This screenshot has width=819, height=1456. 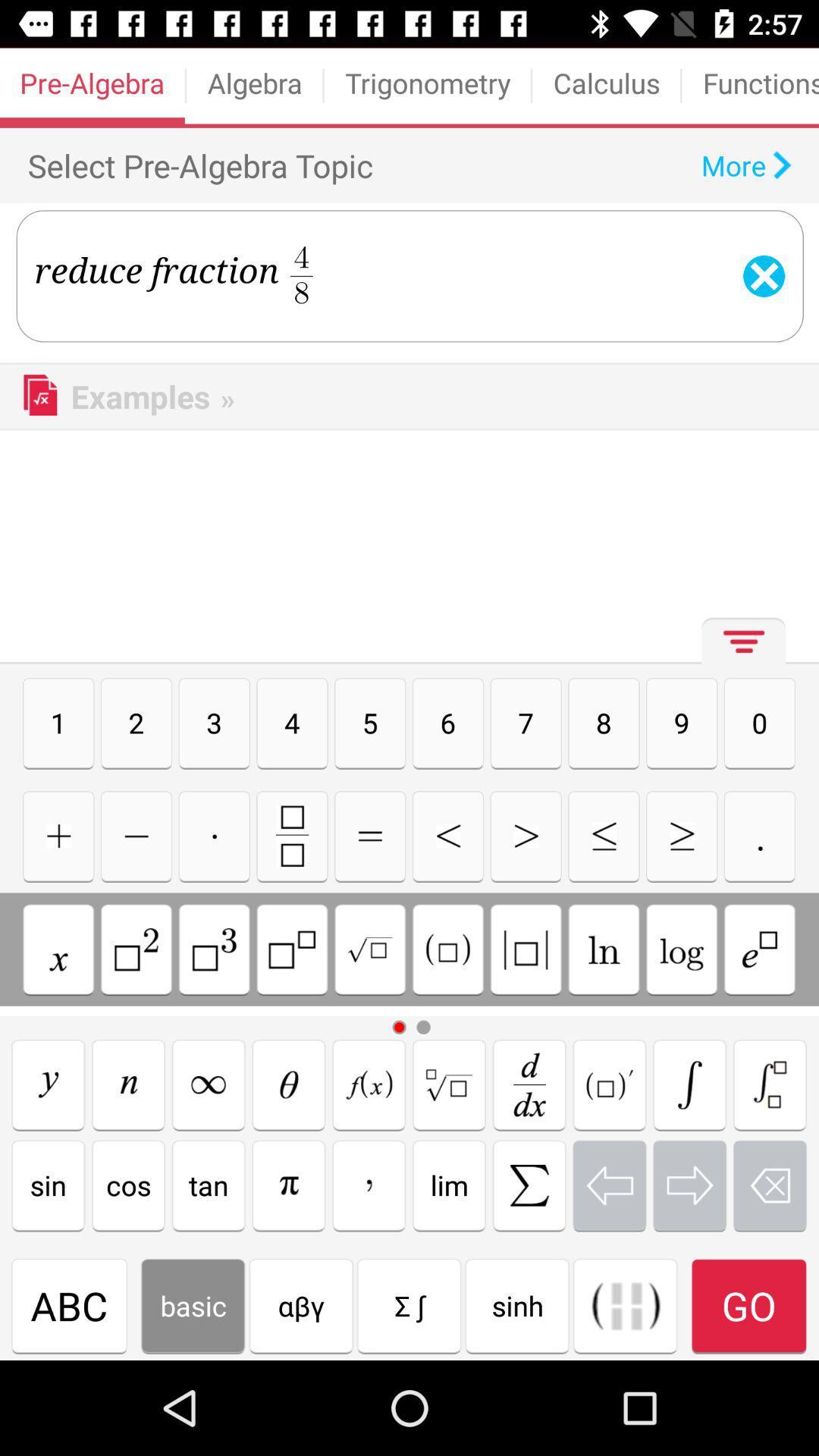 What do you see at coordinates (370, 949) in the screenshot?
I see `square root` at bounding box center [370, 949].